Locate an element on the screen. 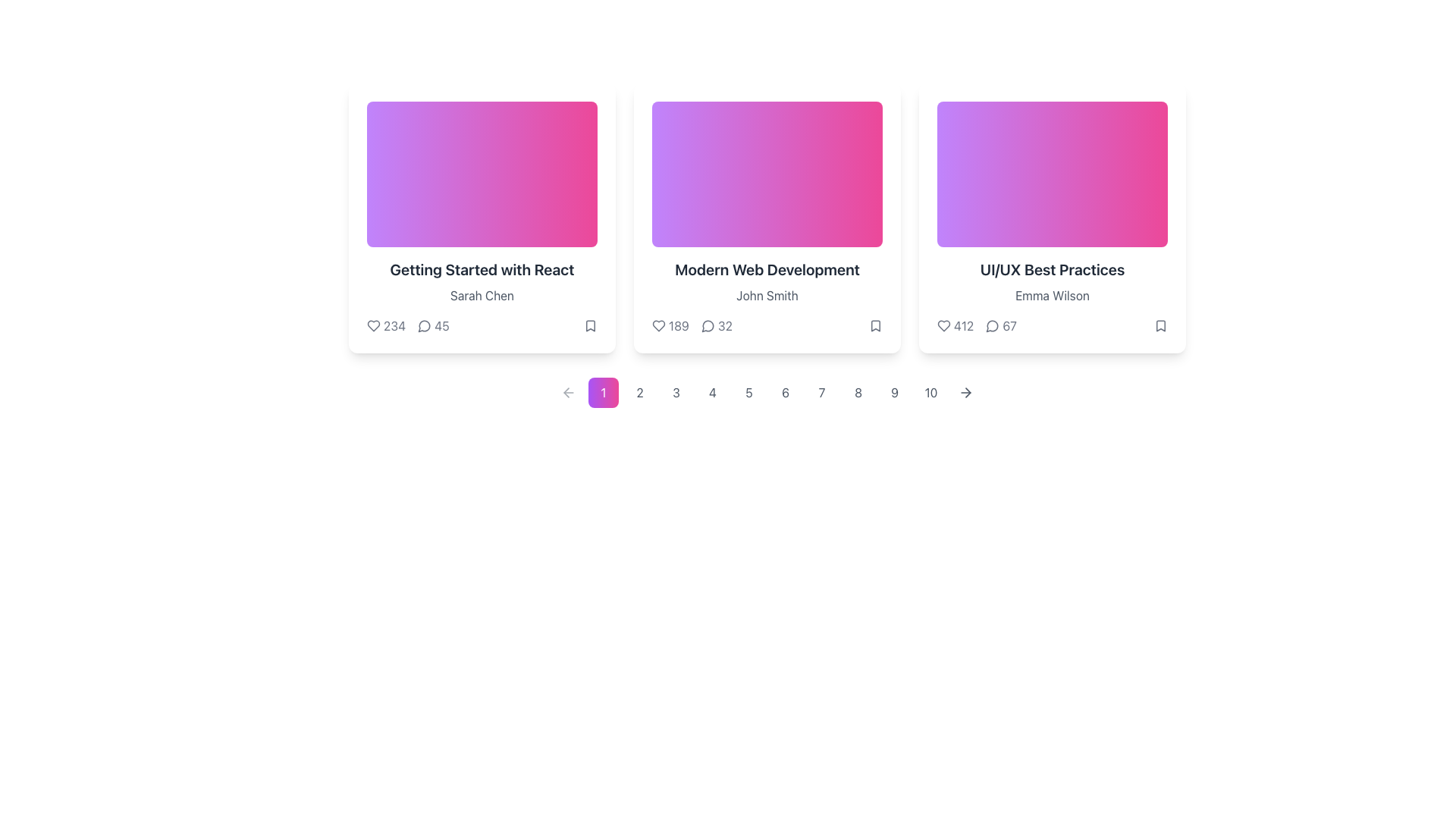  the text label displaying 'Sarah Chen' located under the title 'Getting Started with React' in the leftmost card of the three-card layout is located at coordinates (481, 295).